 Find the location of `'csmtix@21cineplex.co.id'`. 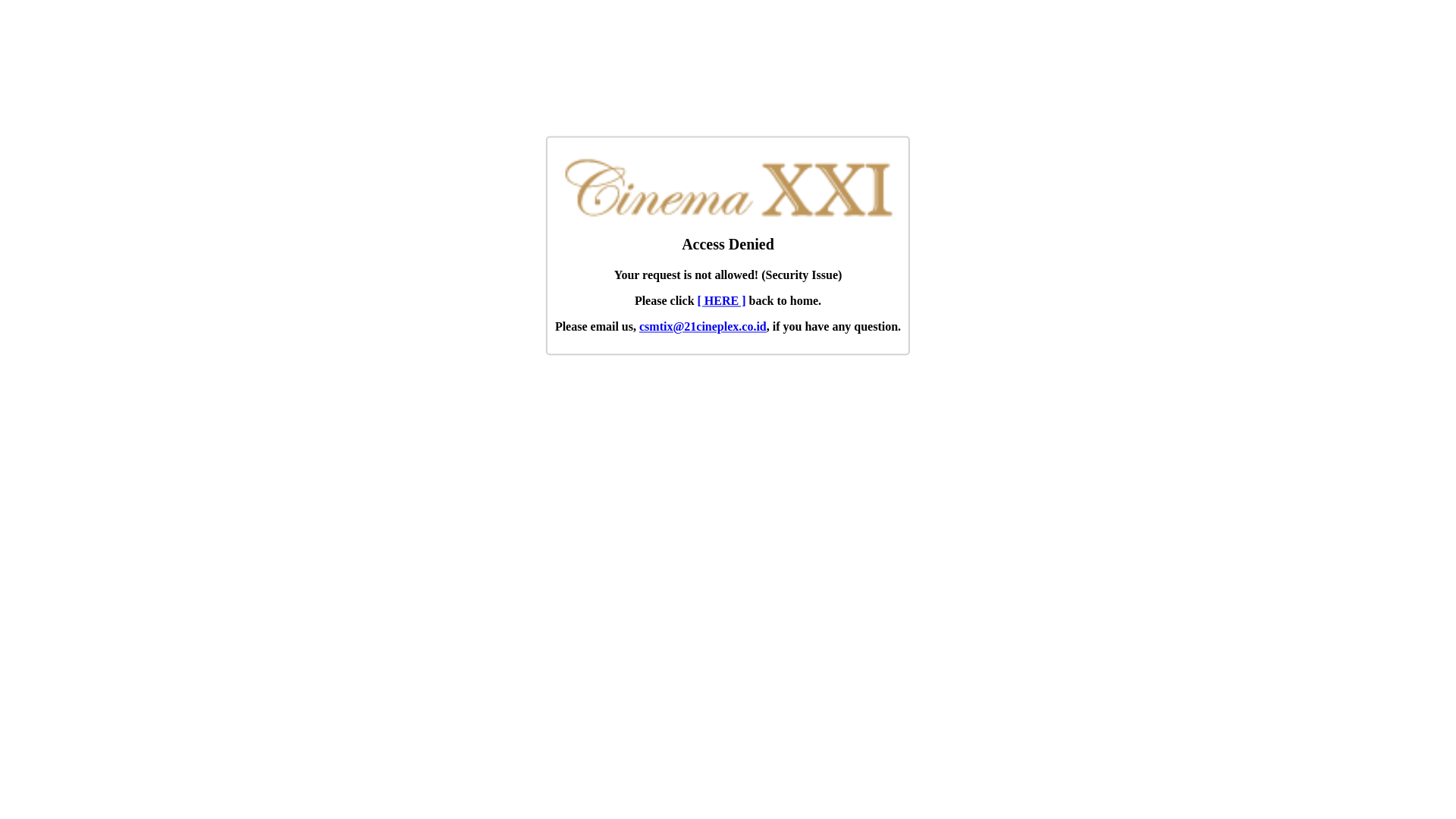

'csmtix@21cineplex.co.id' is located at coordinates (701, 326).